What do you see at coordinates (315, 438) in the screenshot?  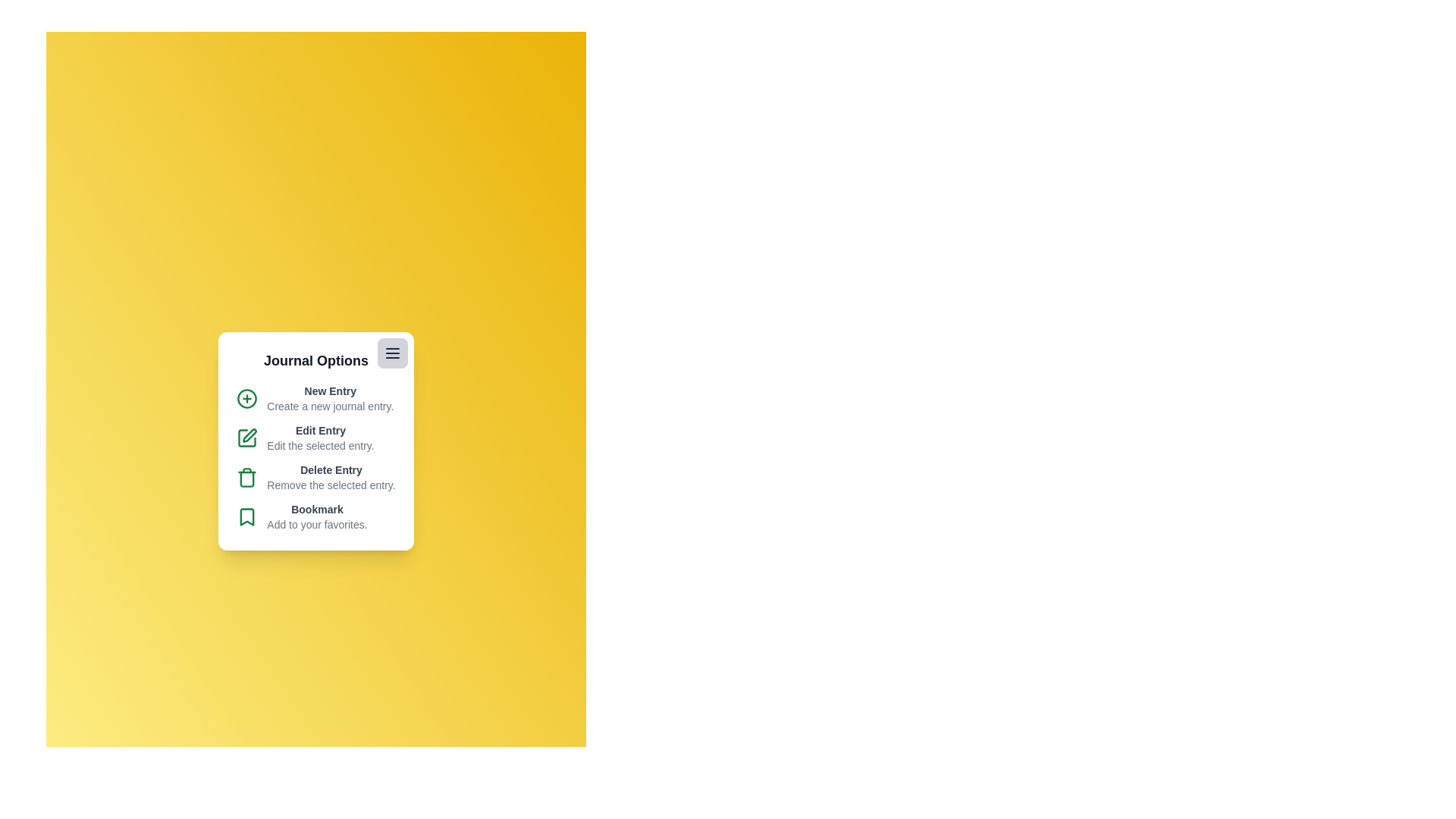 I see `the 'Edit Entry' option in the menu to activate its functionality` at bounding box center [315, 438].